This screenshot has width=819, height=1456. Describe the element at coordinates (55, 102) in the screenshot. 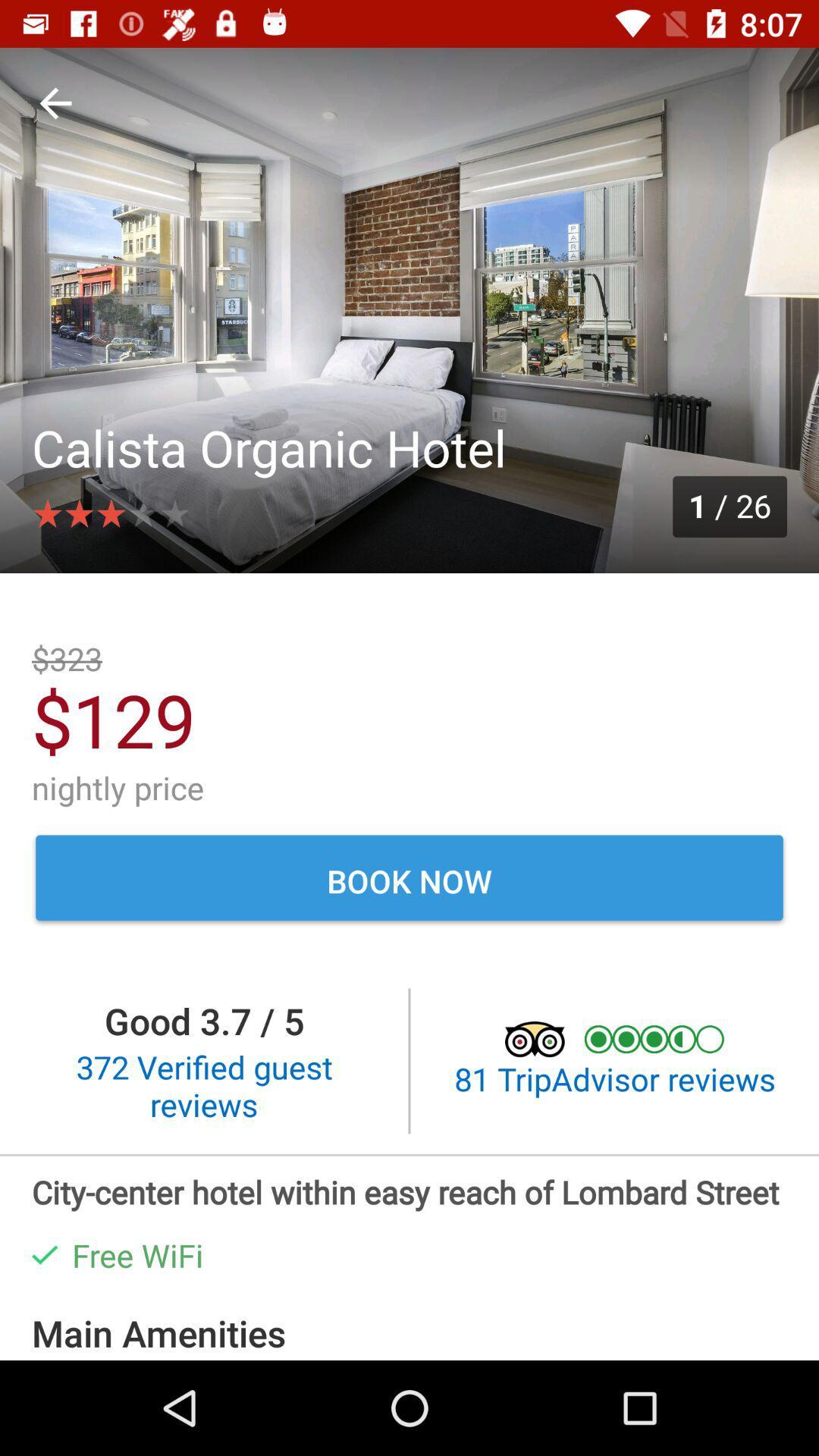

I see `icon above the calista organic hotel item` at that location.